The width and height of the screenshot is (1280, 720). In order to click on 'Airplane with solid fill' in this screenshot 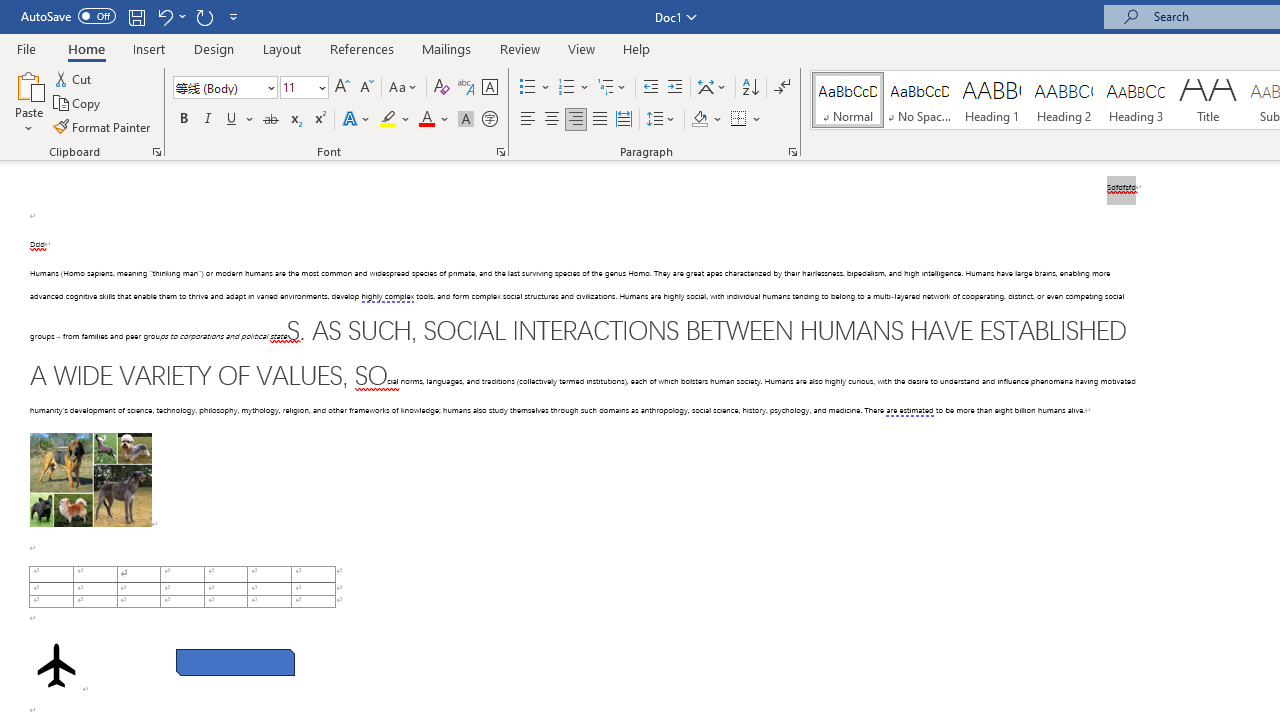, I will do `click(56, 665)`.